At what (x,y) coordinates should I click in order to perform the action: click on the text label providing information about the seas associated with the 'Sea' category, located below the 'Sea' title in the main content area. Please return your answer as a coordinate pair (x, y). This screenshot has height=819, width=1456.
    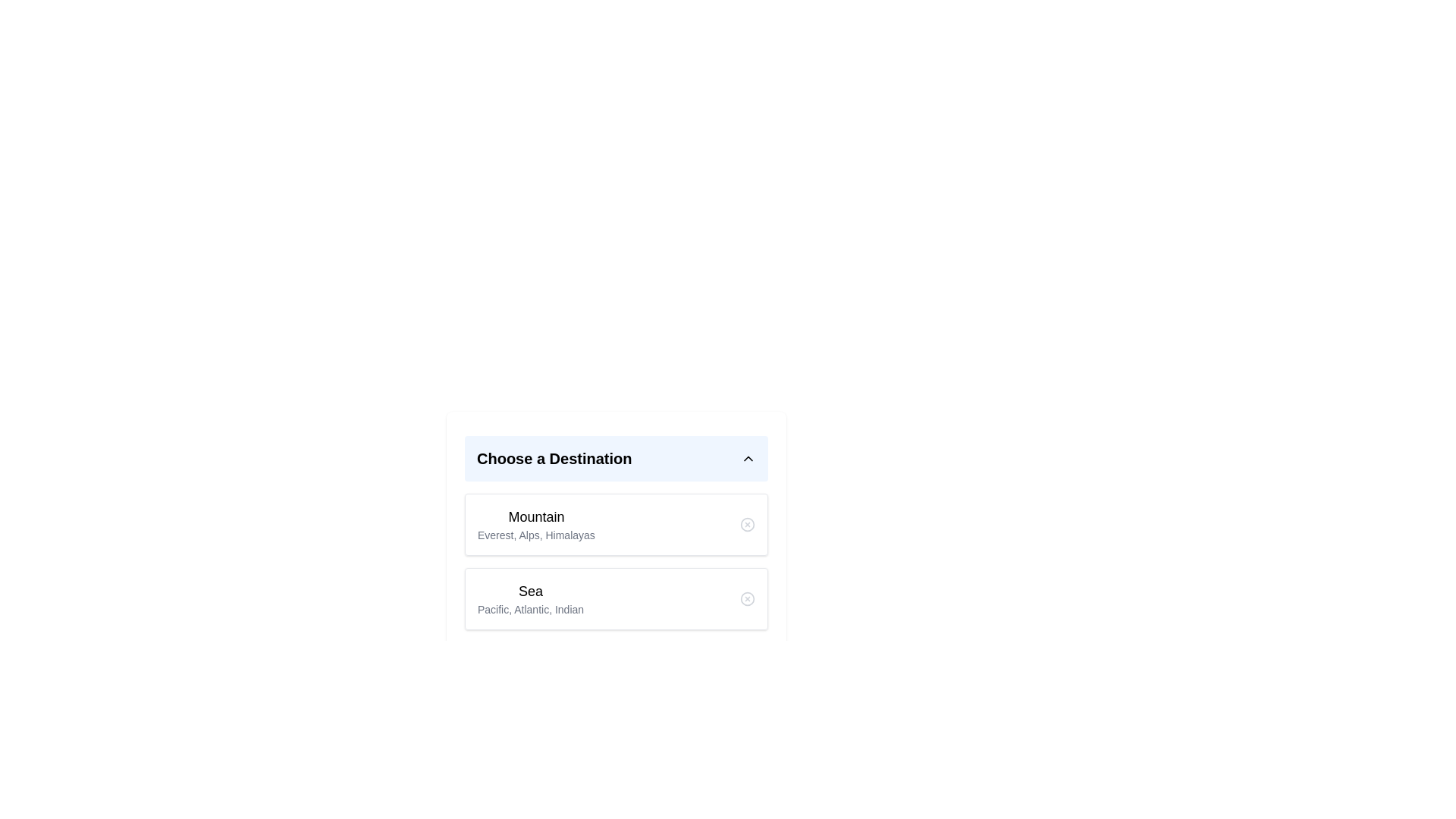
    Looking at the image, I should click on (531, 608).